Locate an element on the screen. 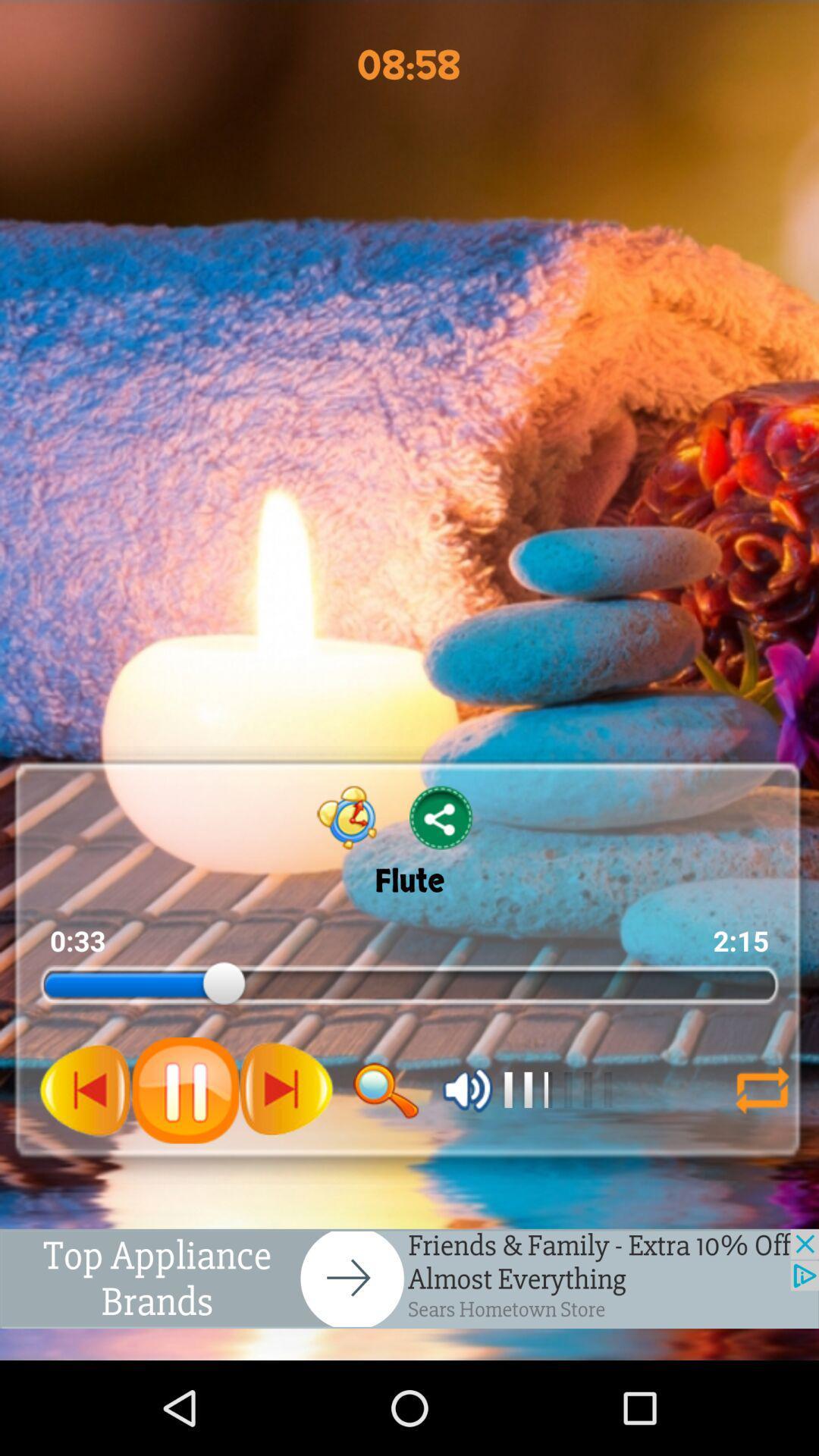 The width and height of the screenshot is (819, 1456). share is located at coordinates (441, 817).